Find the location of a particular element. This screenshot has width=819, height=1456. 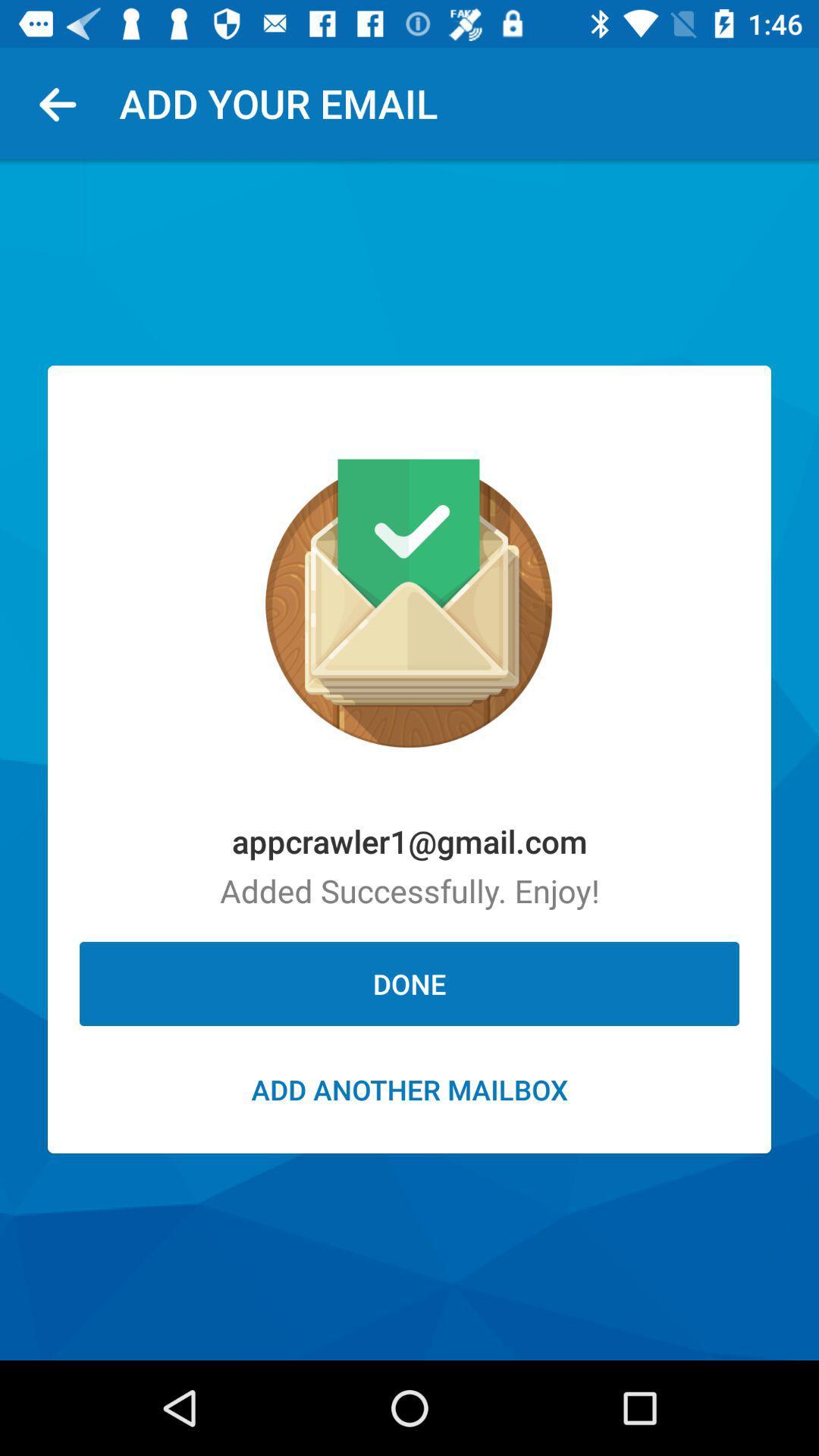

item below the done item is located at coordinates (409, 1088).